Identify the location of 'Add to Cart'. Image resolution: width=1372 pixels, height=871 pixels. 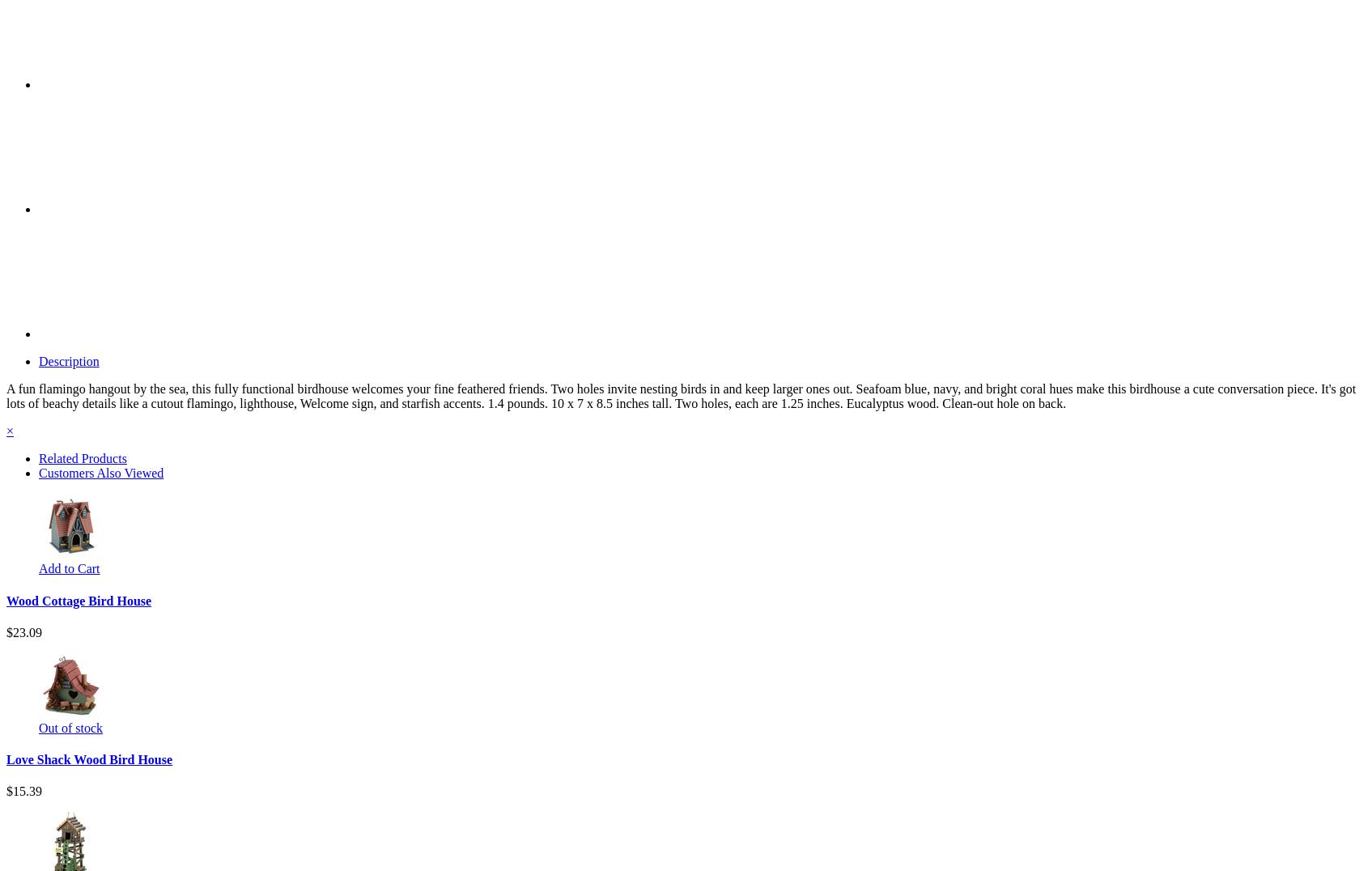
(68, 568).